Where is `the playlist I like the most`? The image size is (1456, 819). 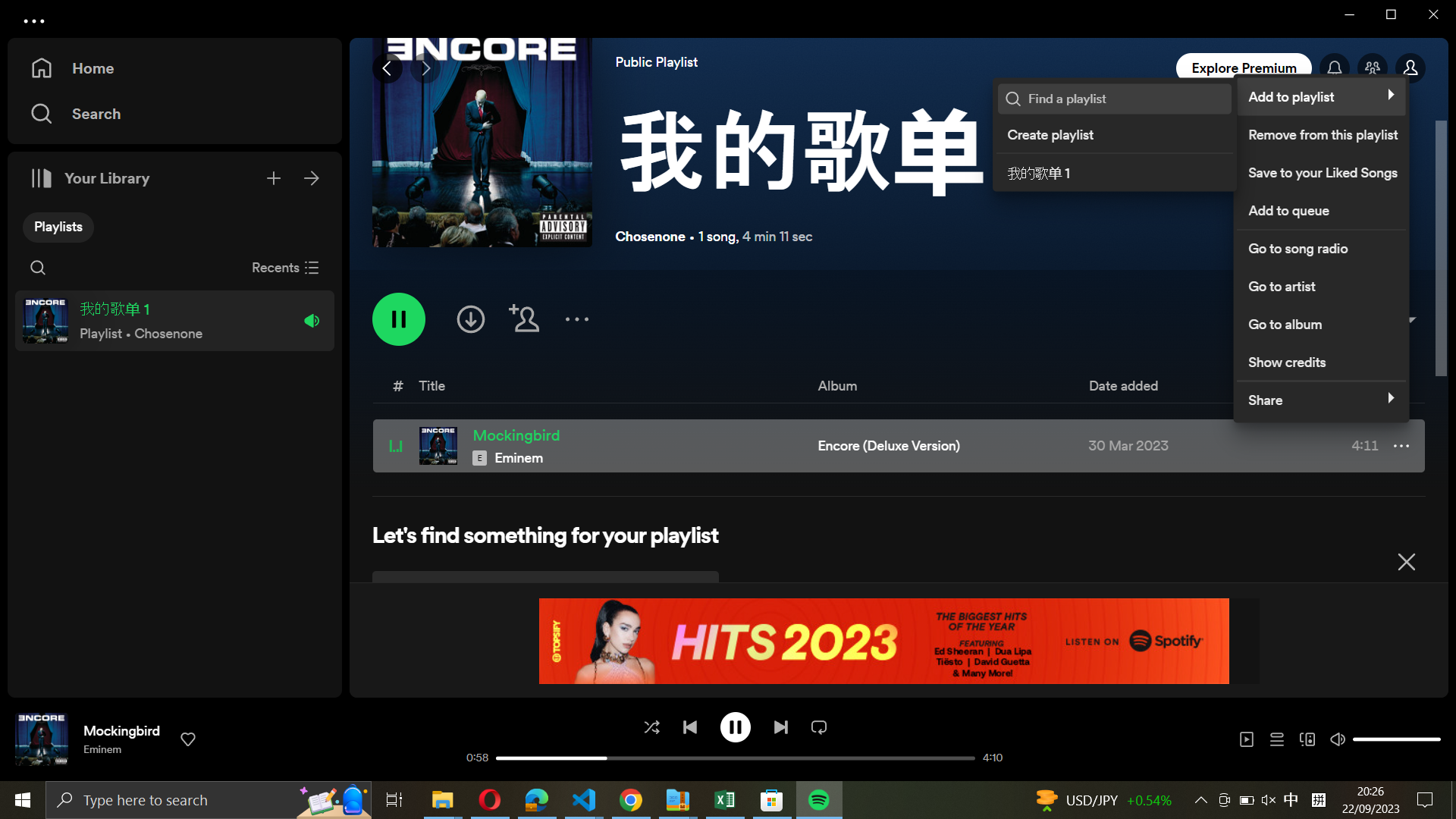 the playlist I like the most is located at coordinates (1125, 99).